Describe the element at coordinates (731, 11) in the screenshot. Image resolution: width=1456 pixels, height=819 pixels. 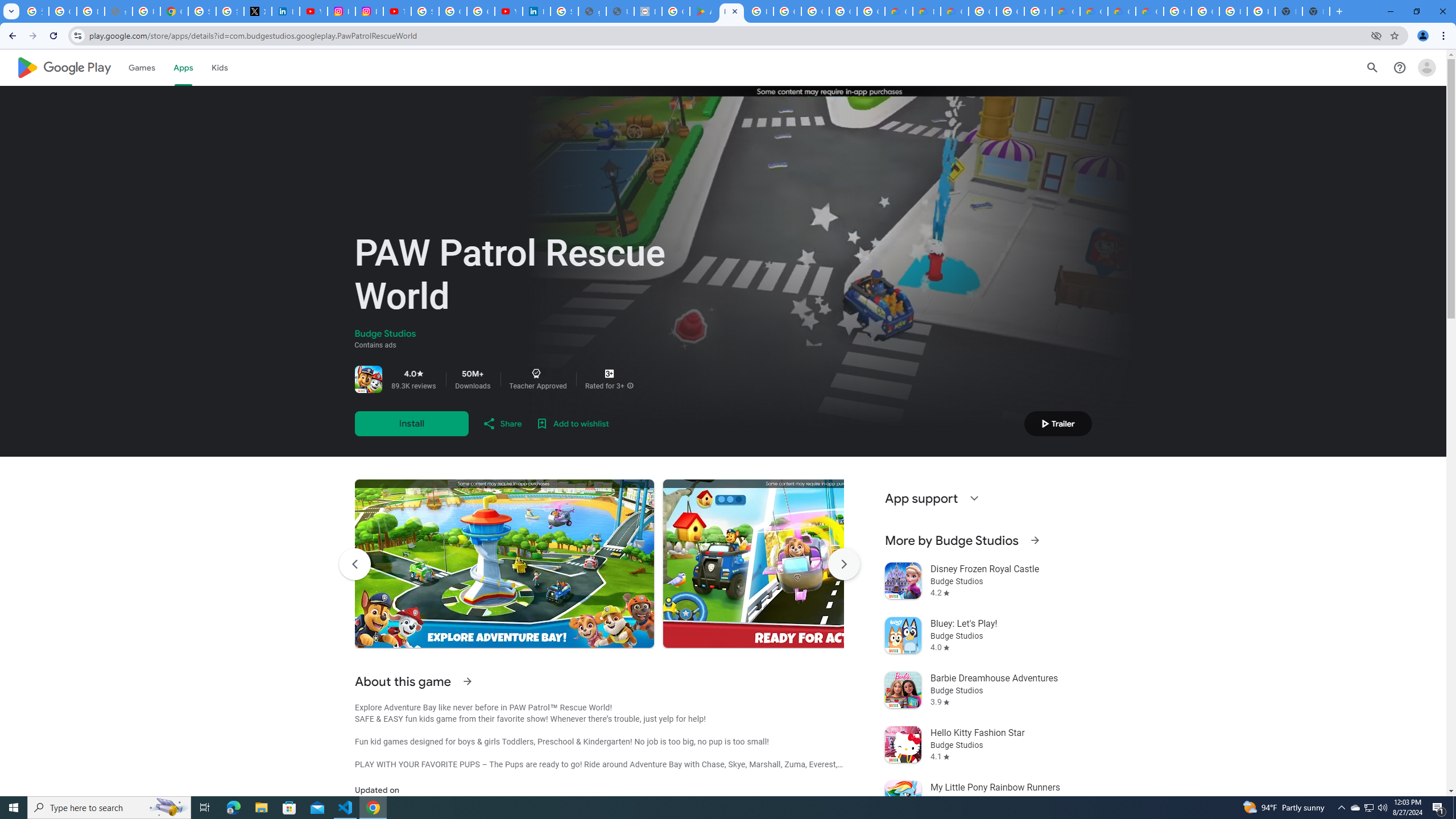
I see `'PAW Patrol Rescue World - Apps on Google Play'` at that location.